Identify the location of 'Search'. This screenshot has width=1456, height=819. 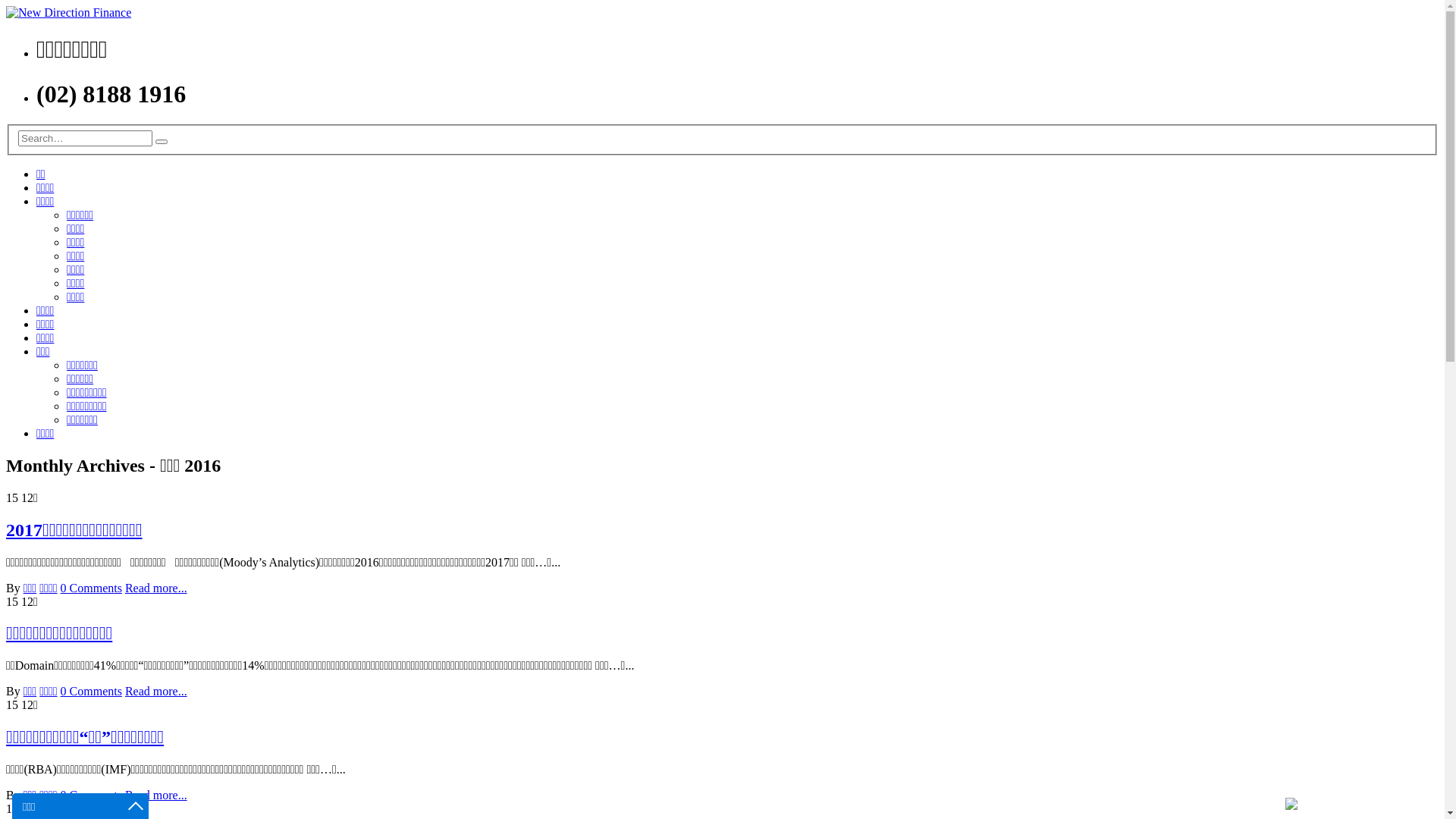
(161, 141).